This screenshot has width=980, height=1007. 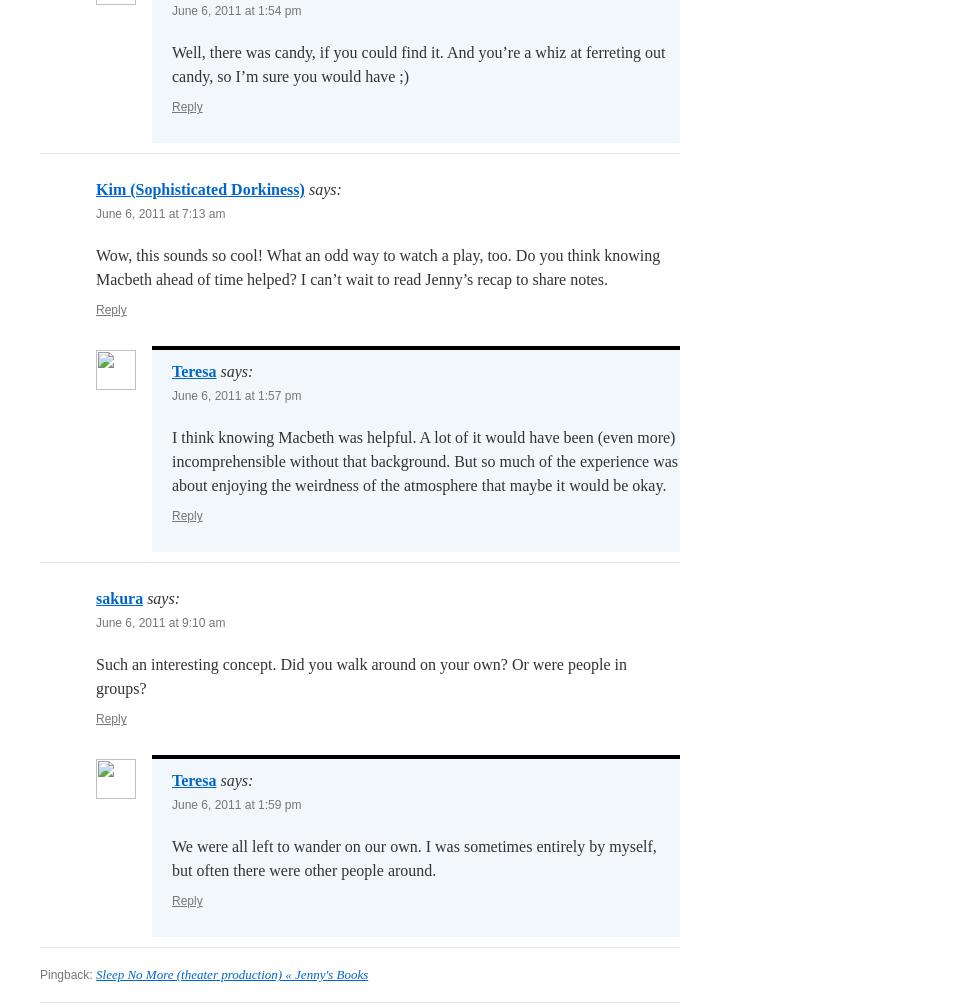 I want to click on 'Well, there was candy, if you could find it. And you’re a whiz at ferreting out candy, so I’m sure you would have ;)', so click(x=171, y=64).